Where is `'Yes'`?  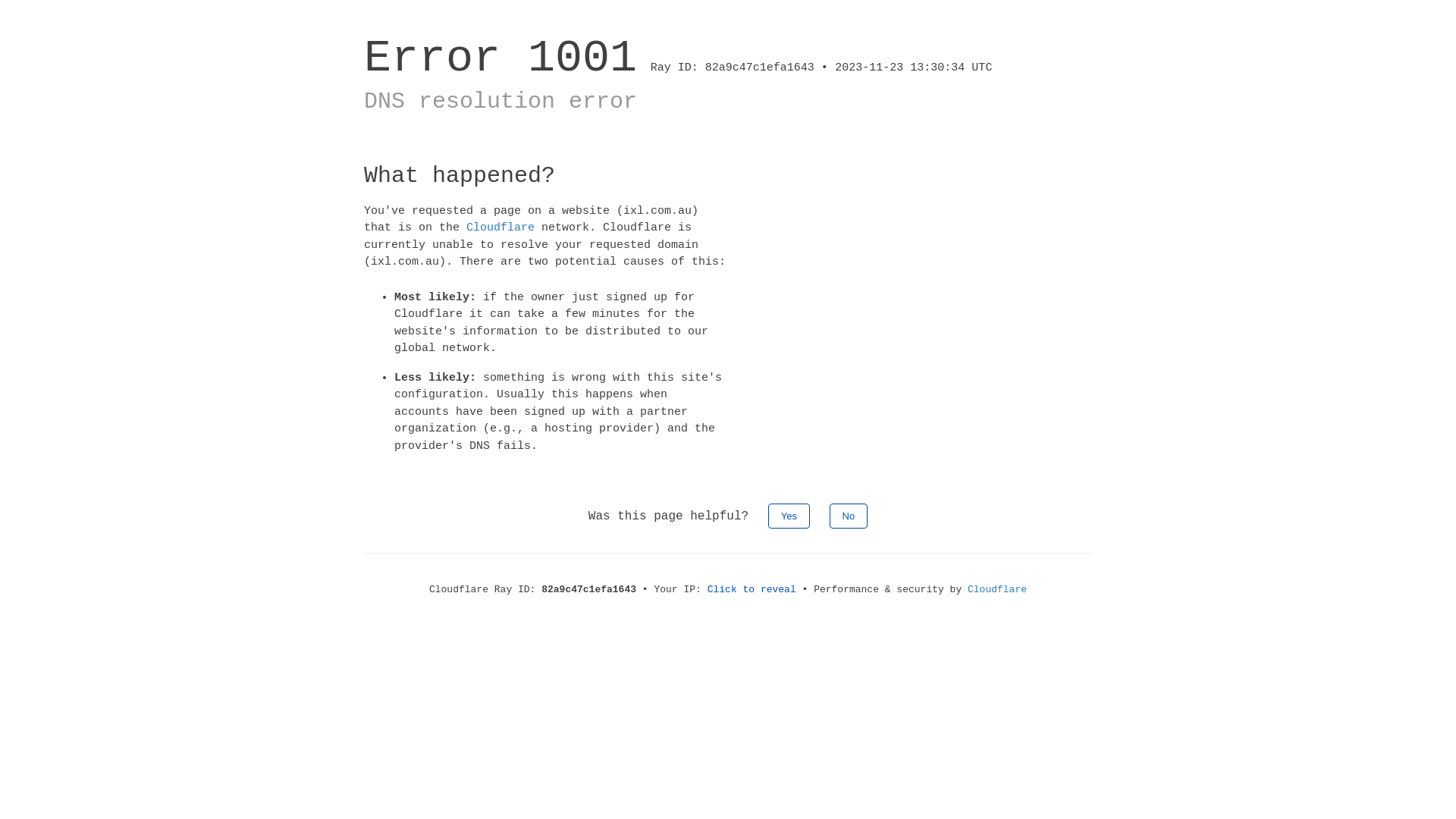
'Yes' is located at coordinates (789, 515).